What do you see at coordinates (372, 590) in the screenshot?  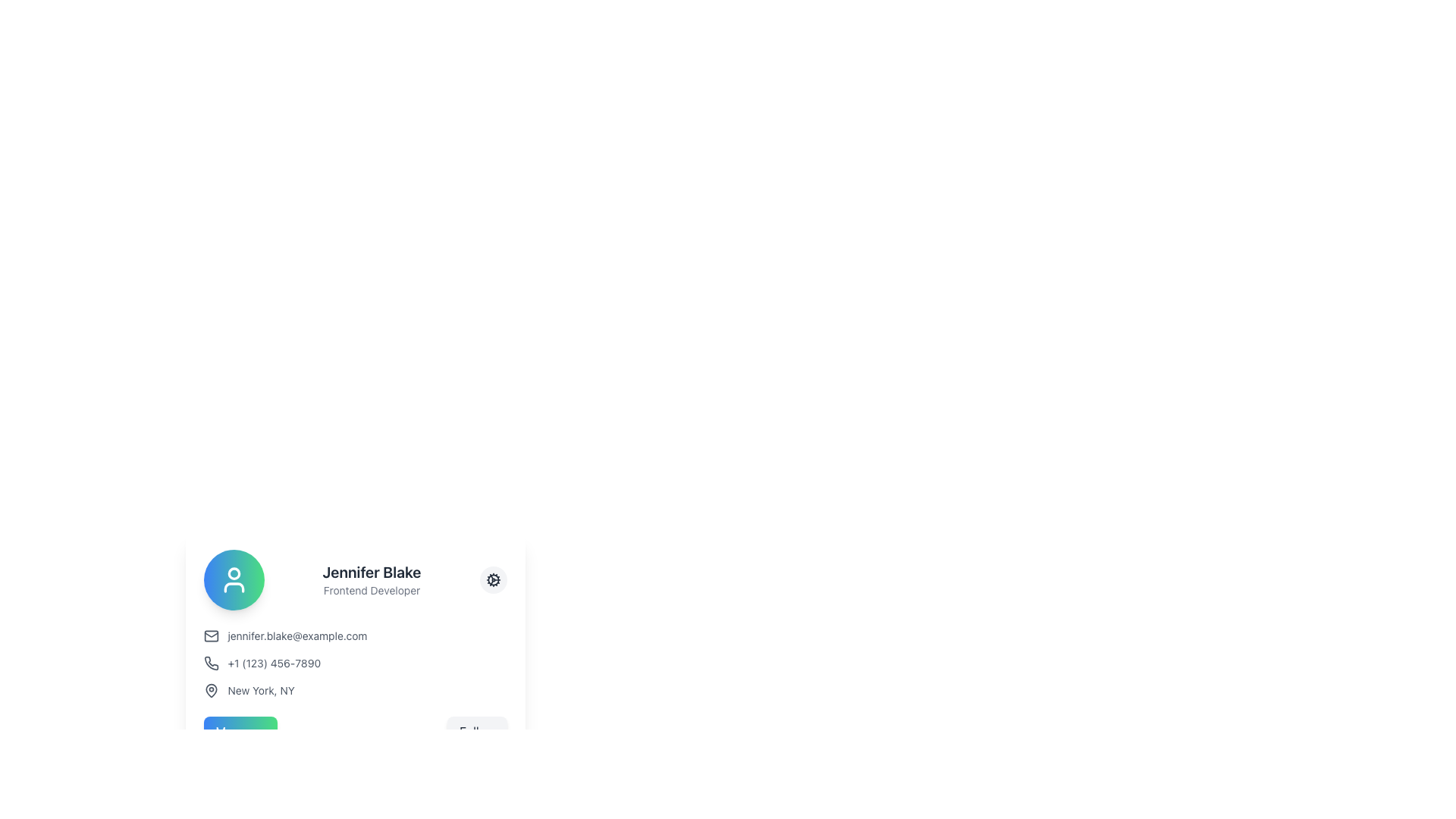 I see `the text block that reads 'Frontend Developer', styled in smaller, gray font and located directly below 'Jennifer Blake' in the user profile section` at bounding box center [372, 590].